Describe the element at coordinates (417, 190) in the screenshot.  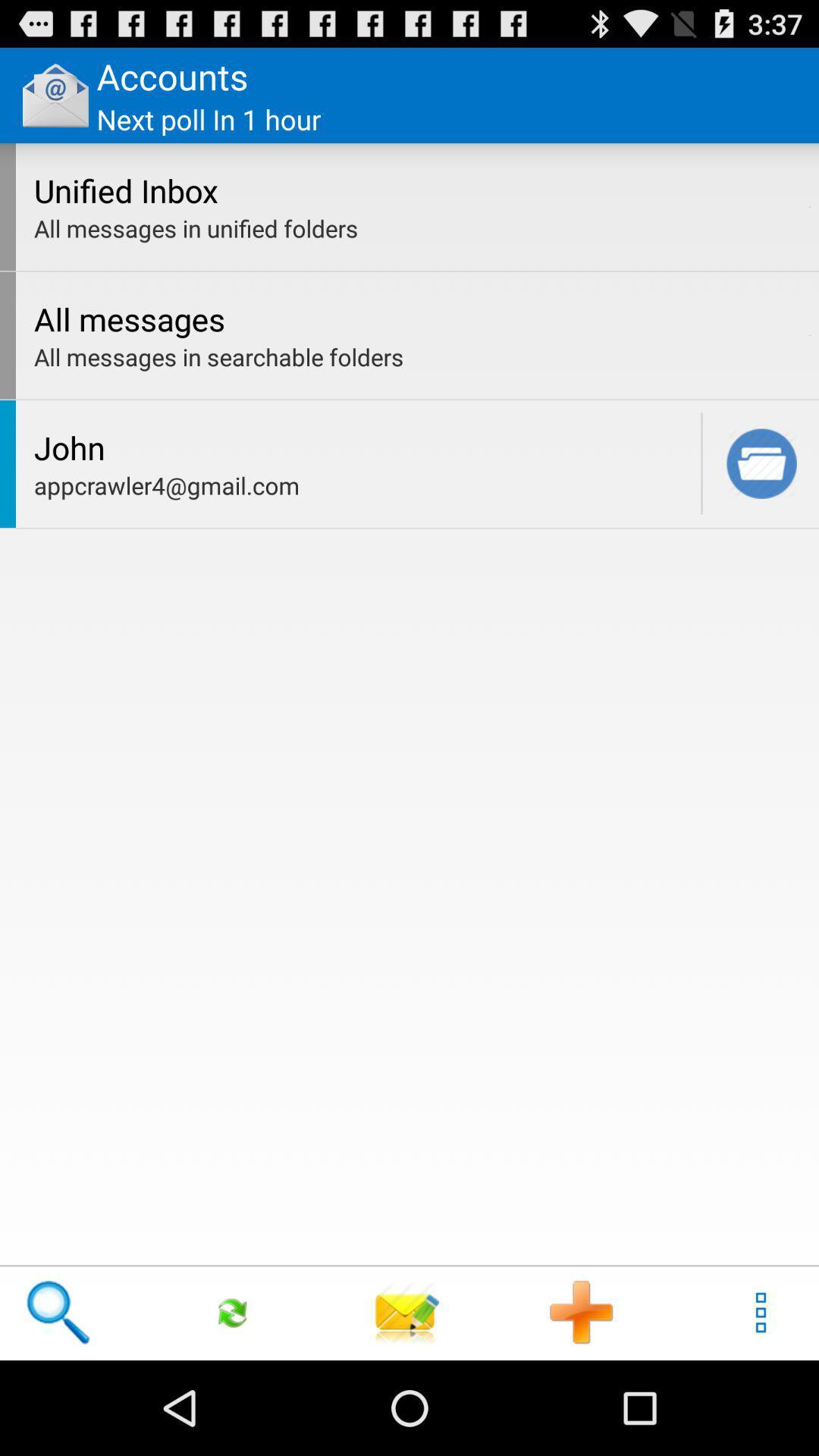
I see `app below the next poll in` at that location.